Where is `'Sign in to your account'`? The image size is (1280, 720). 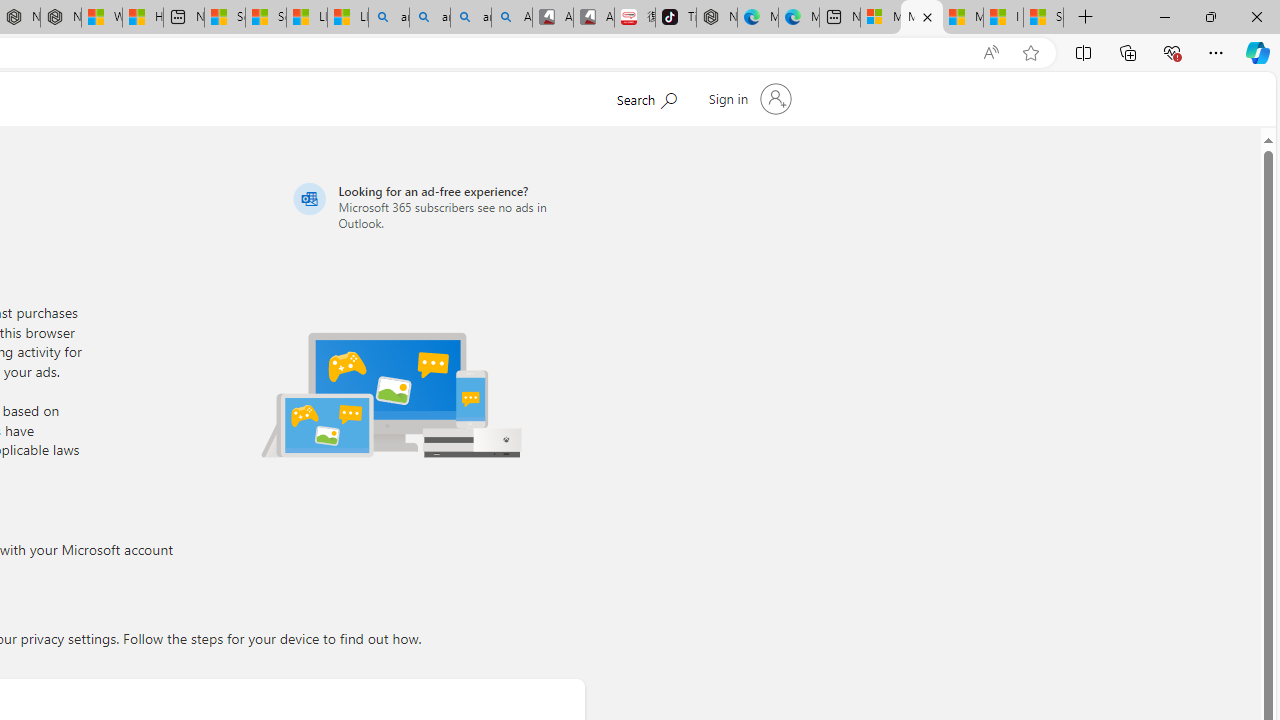
'Sign in to your account' is located at coordinates (747, 99).